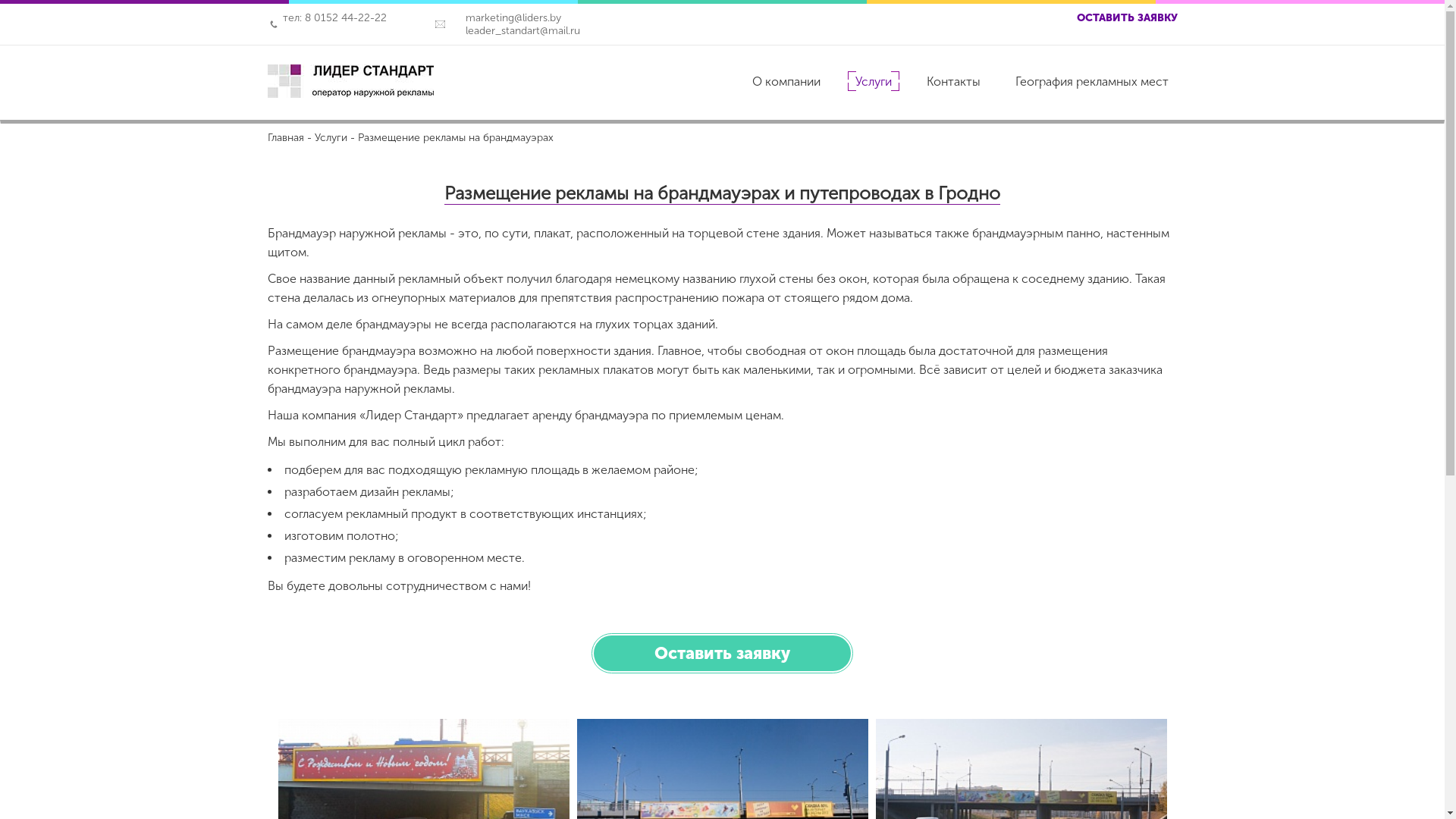  I want to click on 'marketing@liders.by', so click(506, 17).